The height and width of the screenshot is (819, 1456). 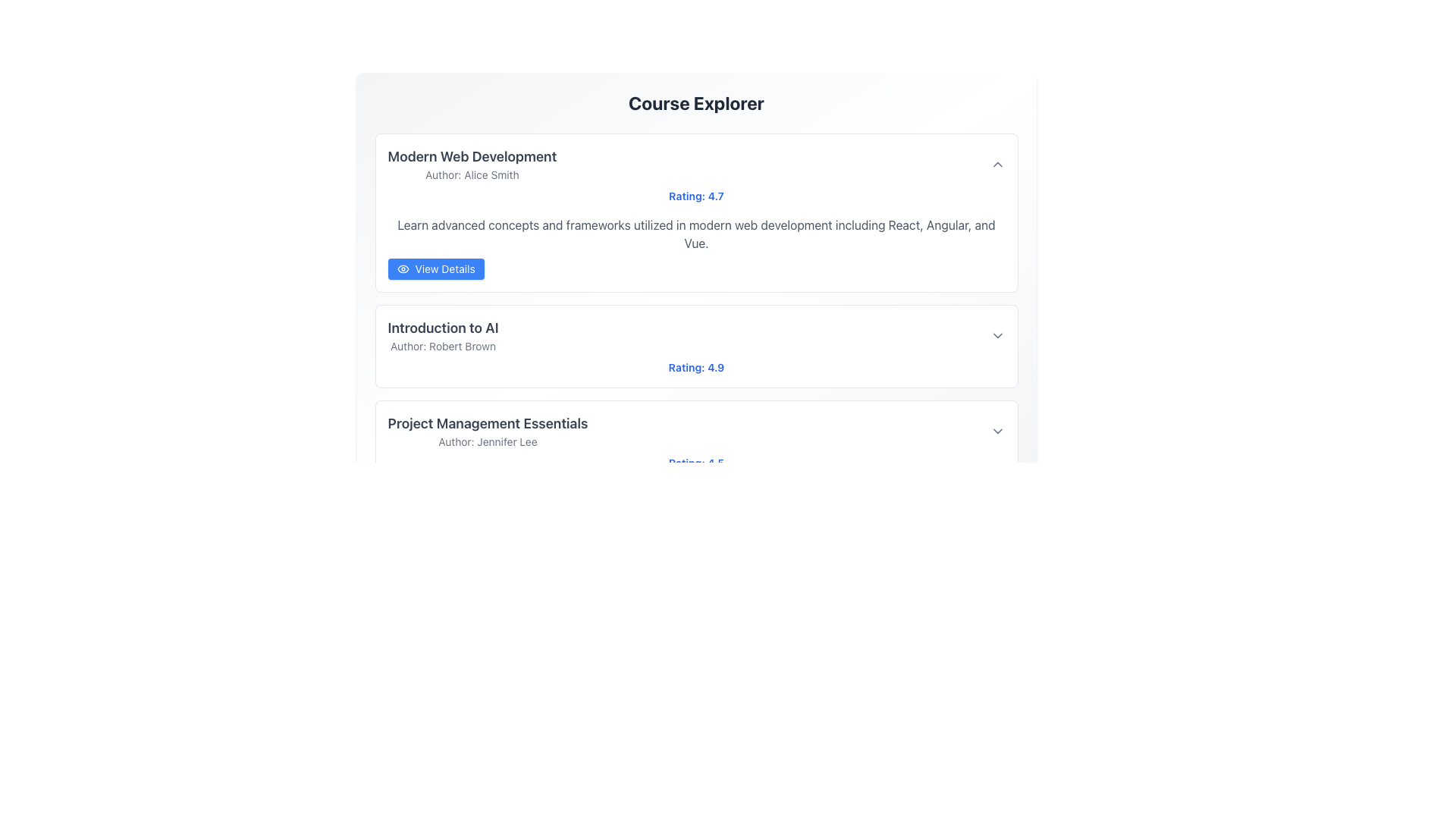 I want to click on the button at the far right of the header section for the course titled 'Modern Web Development' by 'Alice Smith', so click(x=997, y=164).